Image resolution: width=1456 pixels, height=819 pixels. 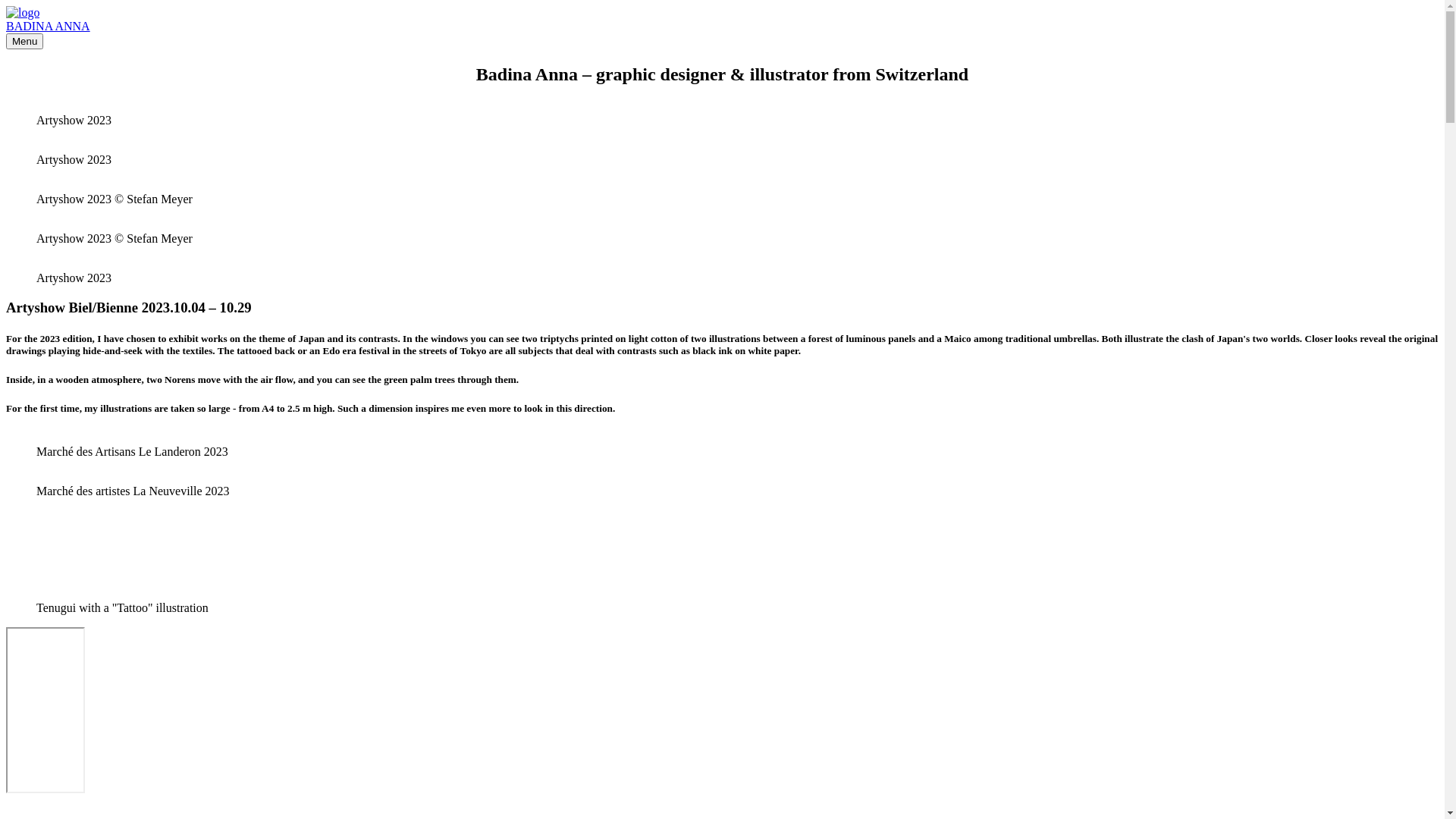 What do you see at coordinates (22, 12) in the screenshot?
I see `'logo'` at bounding box center [22, 12].